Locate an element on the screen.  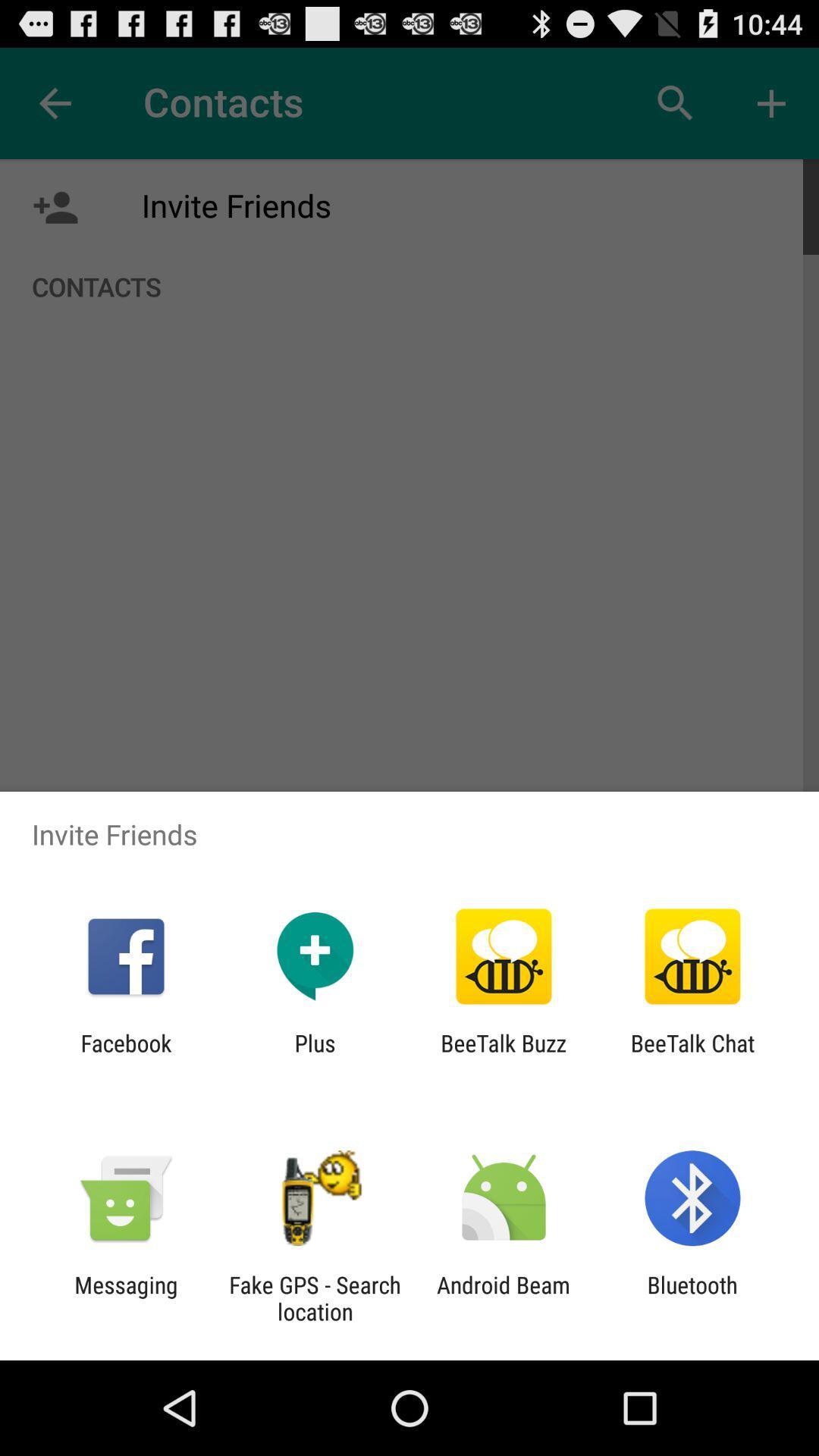
icon to the right of android beam is located at coordinates (692, 1298).